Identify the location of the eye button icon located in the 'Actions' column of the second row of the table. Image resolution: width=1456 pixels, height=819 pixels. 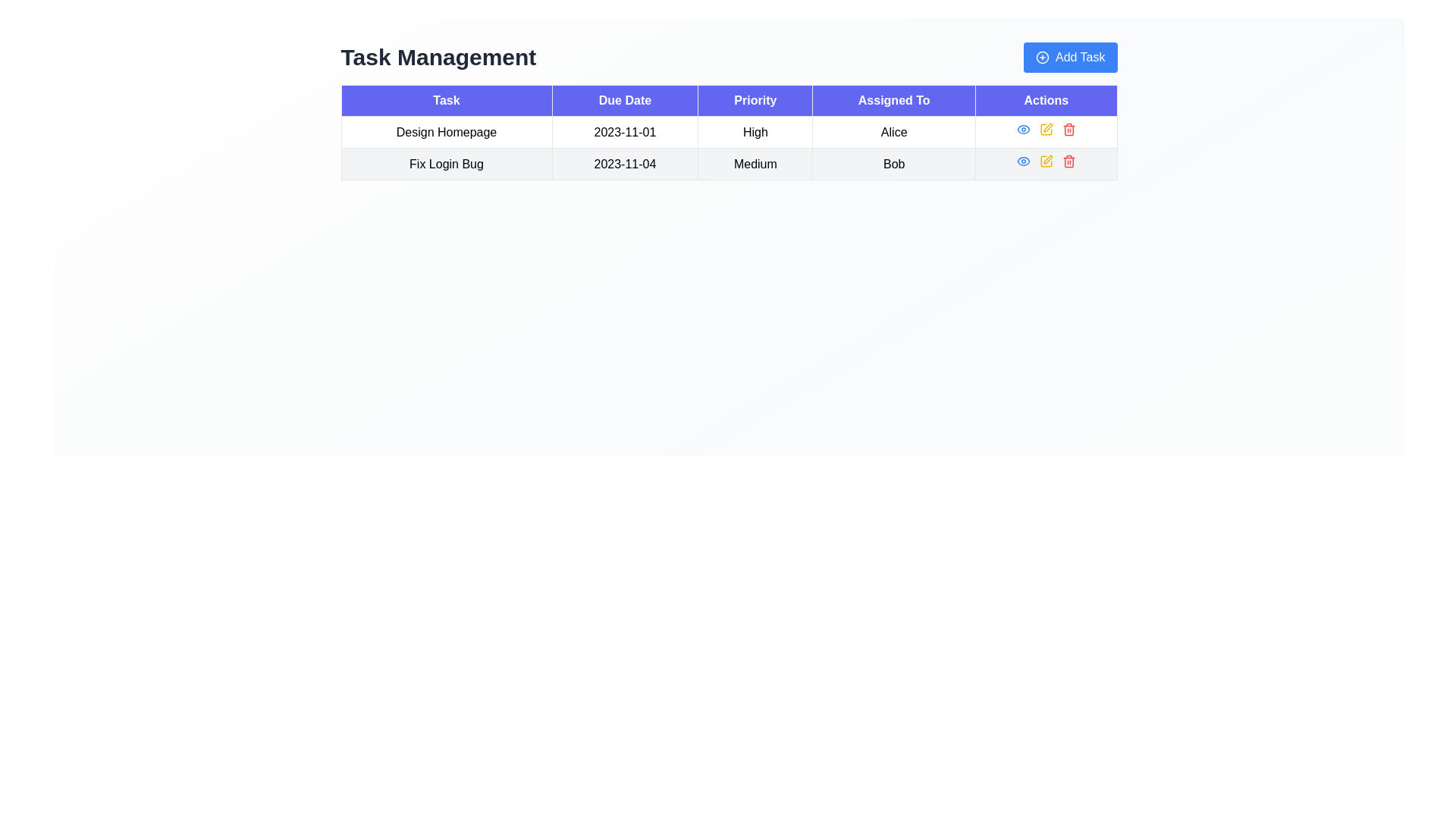
(1023, 128).